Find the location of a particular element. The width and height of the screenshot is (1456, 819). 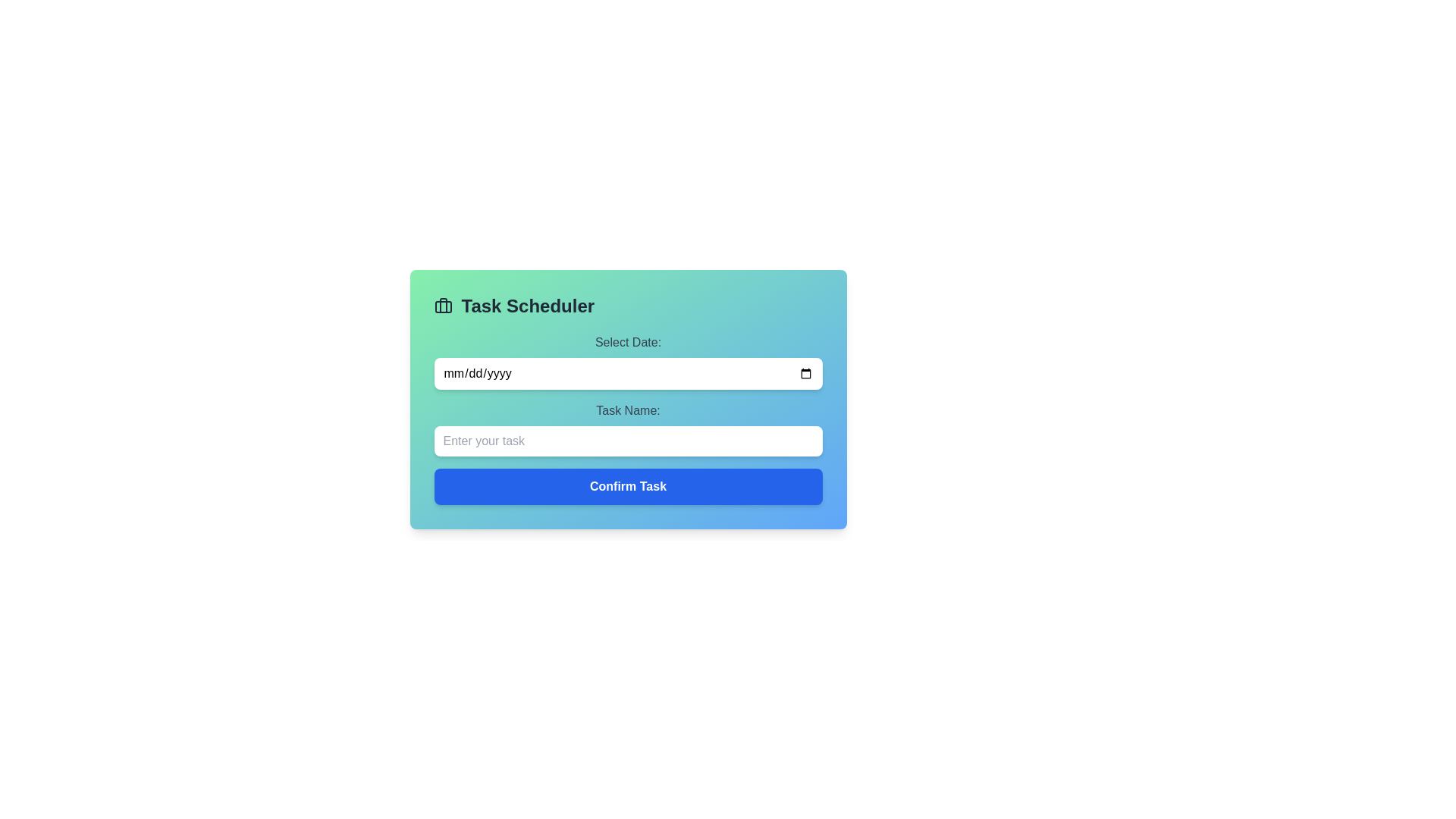

the task management icon located to the far left of the 'Task Scheduler' title heading is located at coordinates (442, 306).